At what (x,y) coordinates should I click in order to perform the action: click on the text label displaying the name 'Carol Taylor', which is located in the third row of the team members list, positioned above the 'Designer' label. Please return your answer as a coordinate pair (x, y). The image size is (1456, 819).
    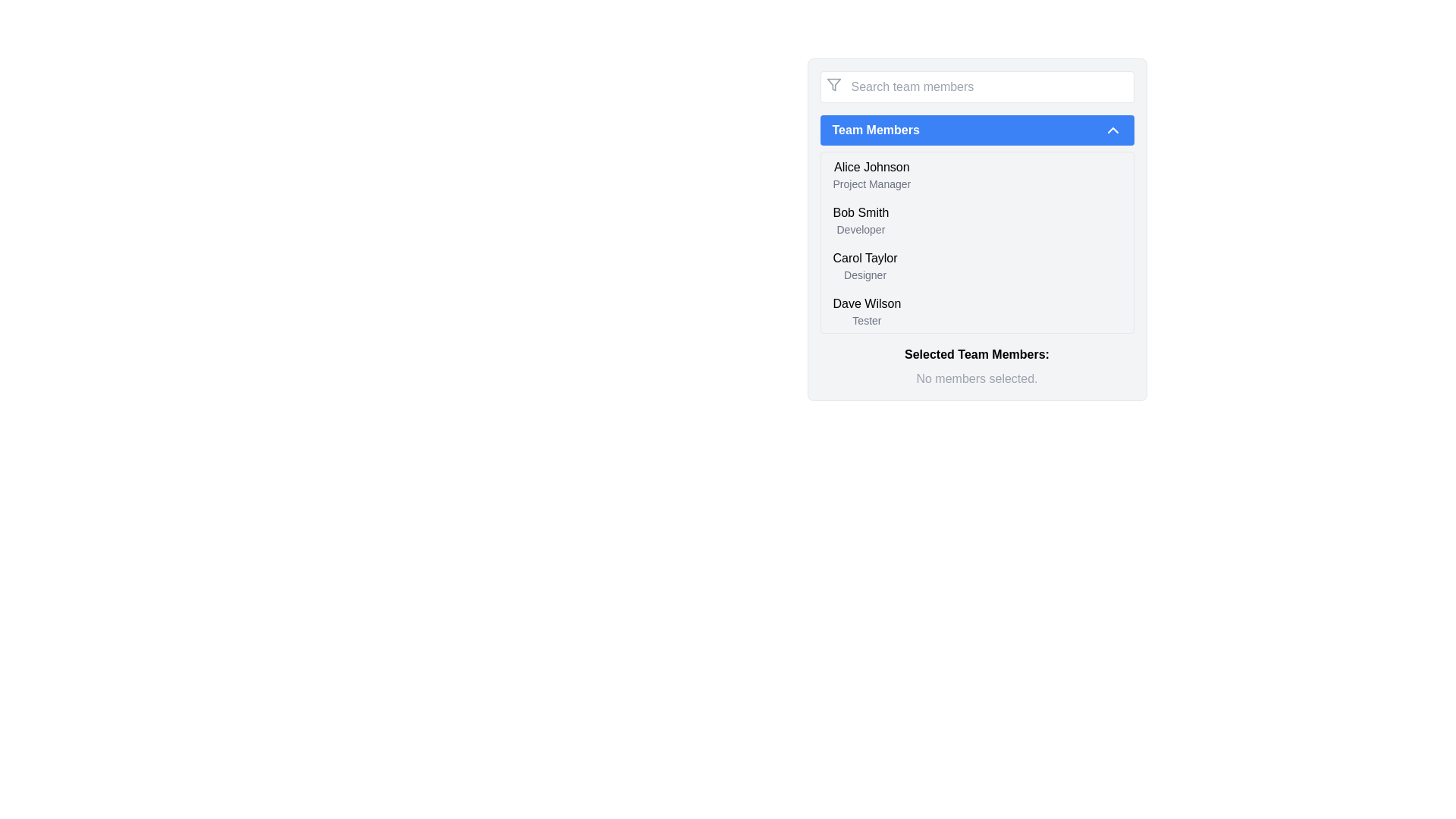
    Looking at the image, I should click on (865, 257).